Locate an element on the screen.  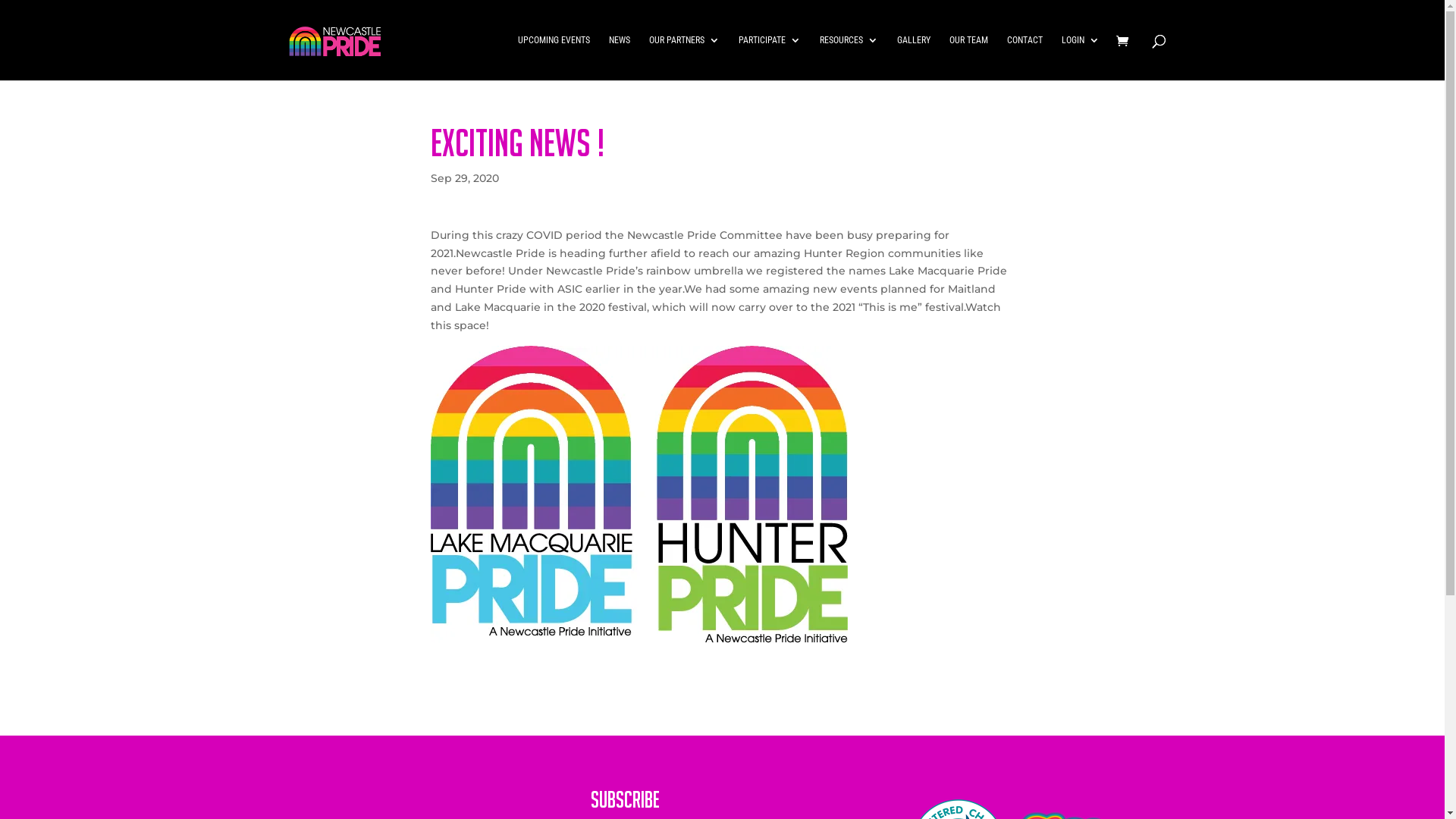
'OUR PARTNERS' is located at coordinates (683, 57).